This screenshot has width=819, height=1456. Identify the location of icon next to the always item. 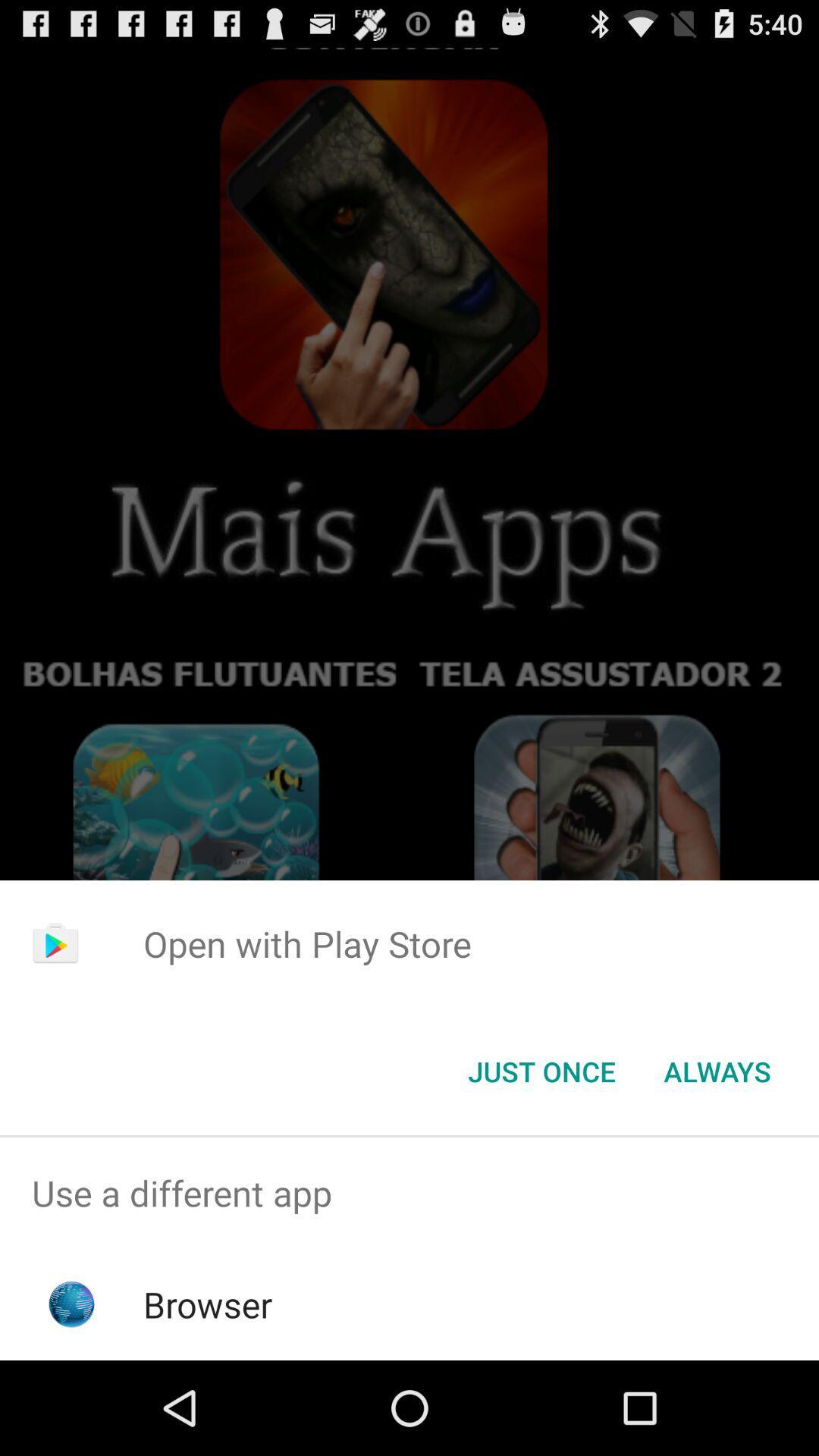
(541, 1070).